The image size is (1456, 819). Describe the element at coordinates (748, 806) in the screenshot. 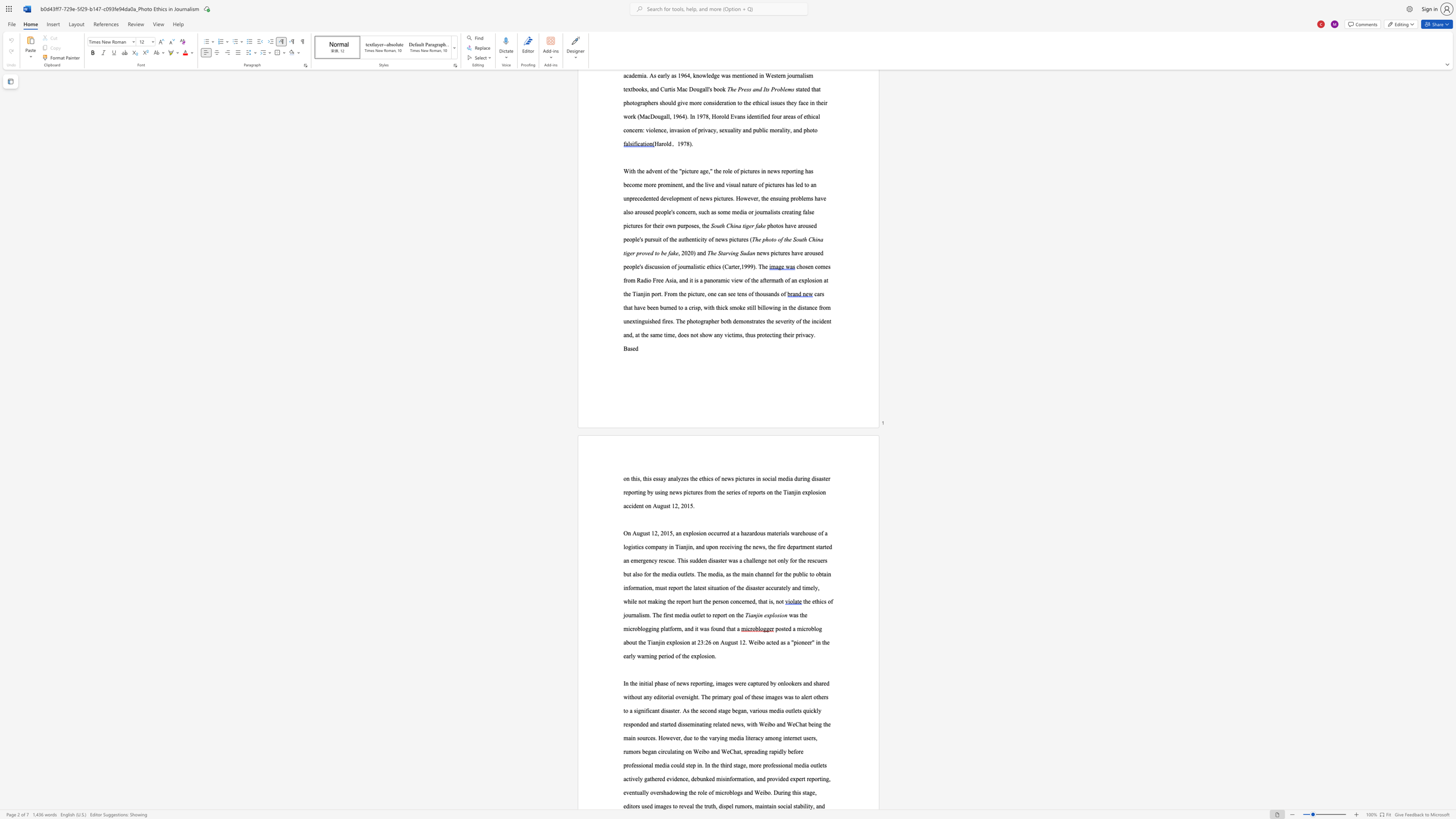

I see `the 32th character "r" in the text` at that location.